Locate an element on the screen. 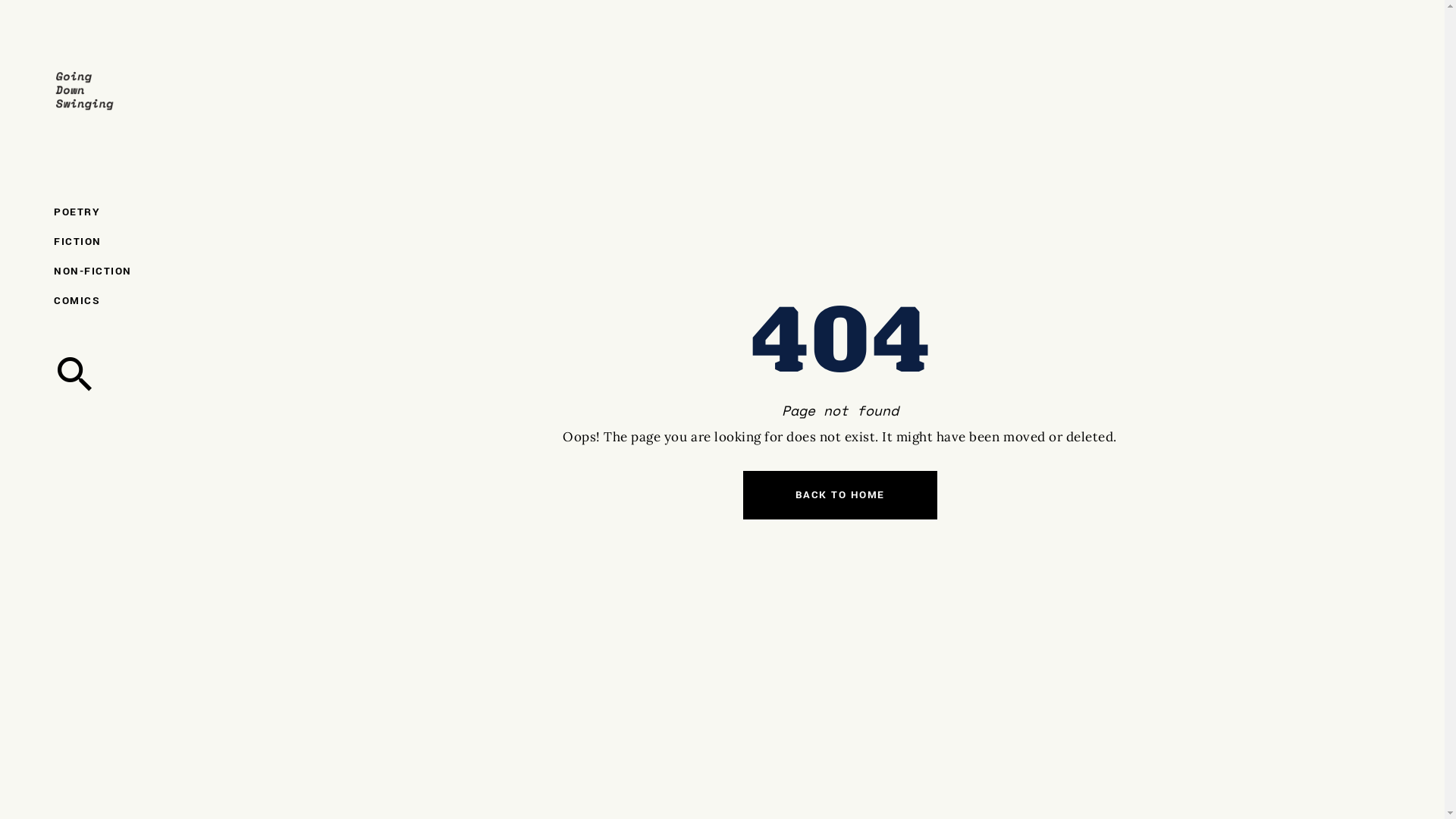 The image size is (1456, 819). 'POETRY' is located at coordinates (116, 212).